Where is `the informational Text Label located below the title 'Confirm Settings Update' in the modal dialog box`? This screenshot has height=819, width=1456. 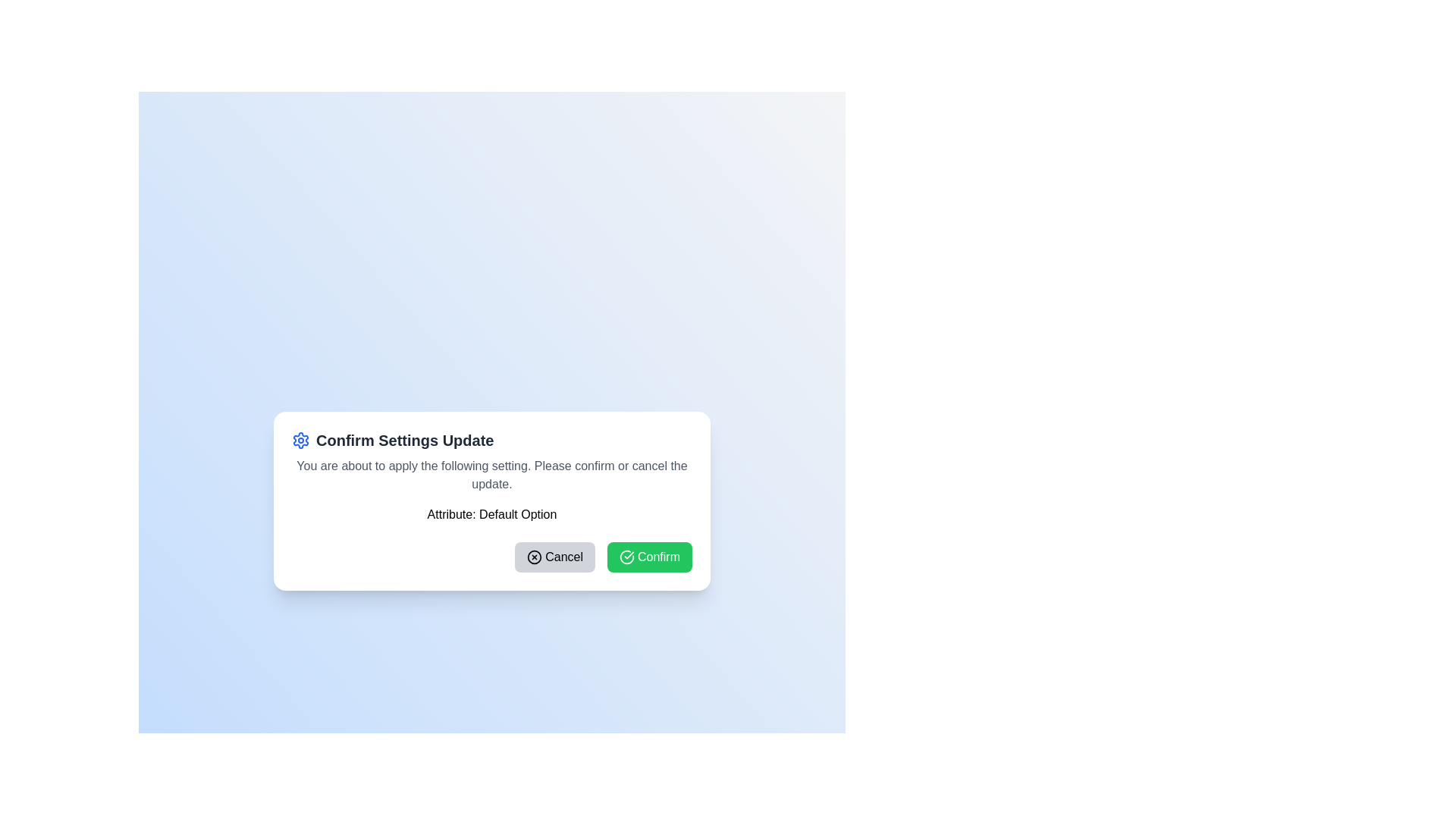
the informational Text Label located below the title 'Confirm Settings Update' in the modal dialog box is located at coordinates (491, 475).